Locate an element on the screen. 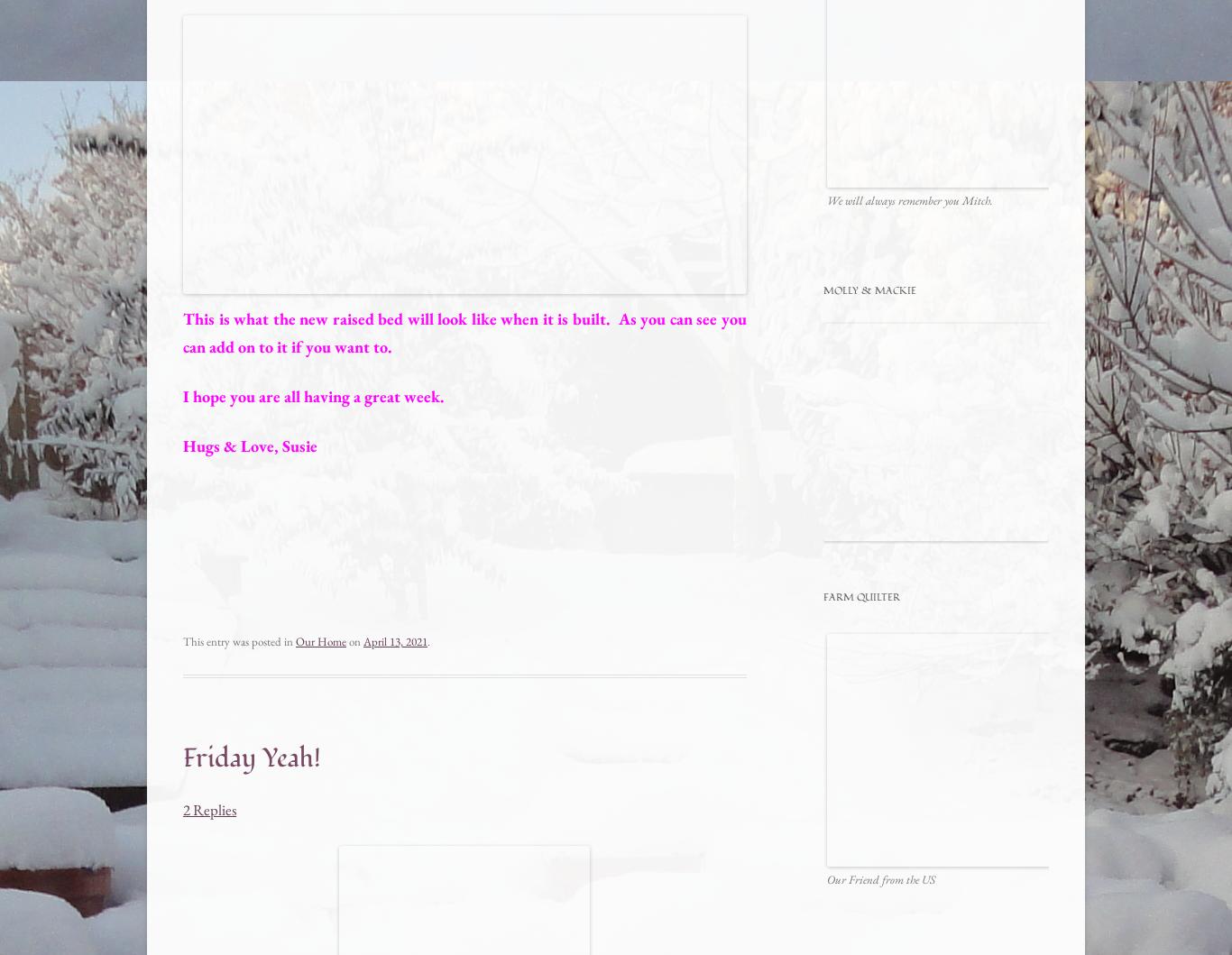 The height and width of the screenshot is (955, 1232). '2 Replies' is located at coordinates (209, 808).